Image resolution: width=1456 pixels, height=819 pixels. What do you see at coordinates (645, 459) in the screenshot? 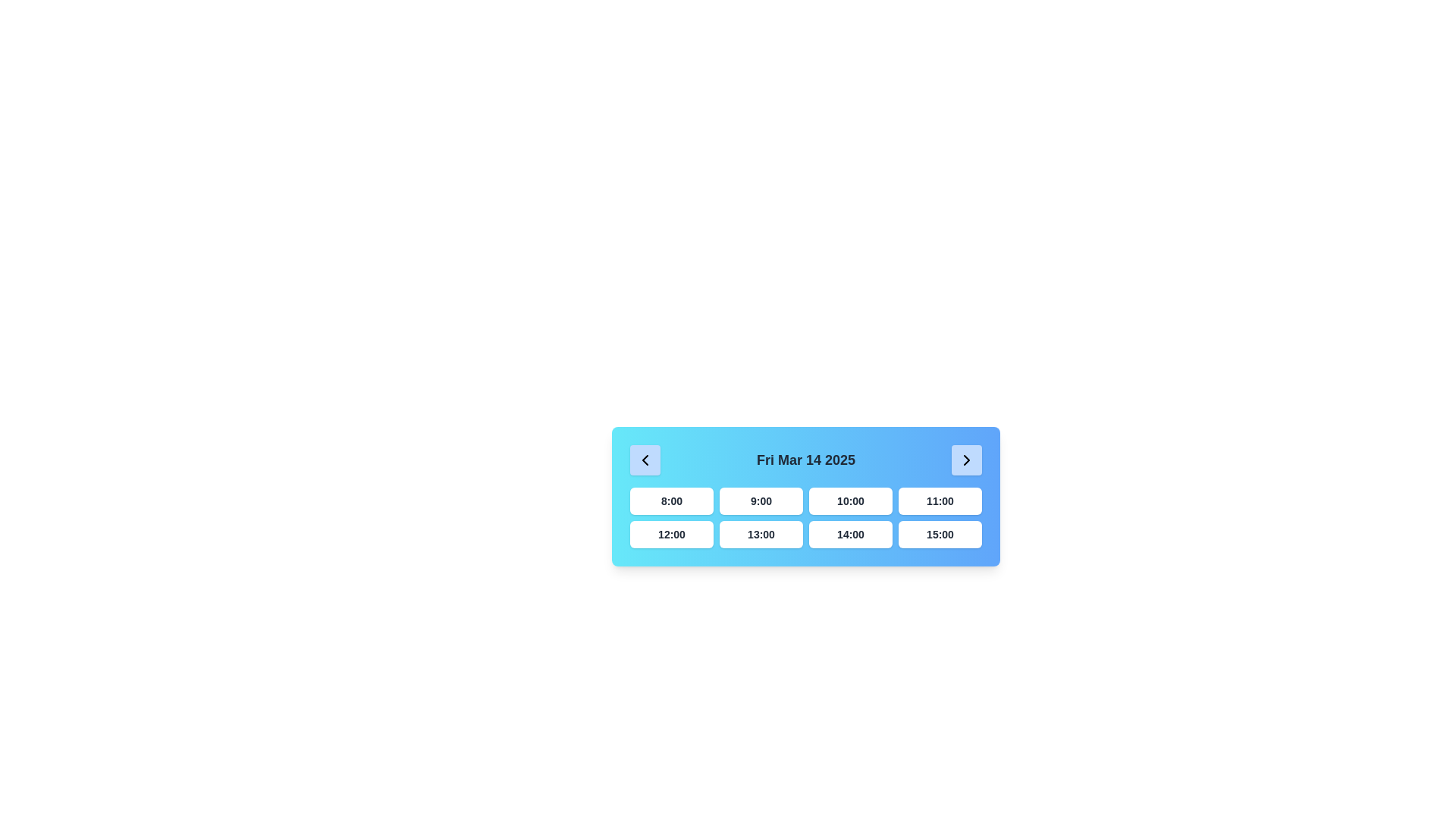
I see `the small, rounded rectangular light blue button with a left-pointing chevron icon` at bounding box center [645, 459].